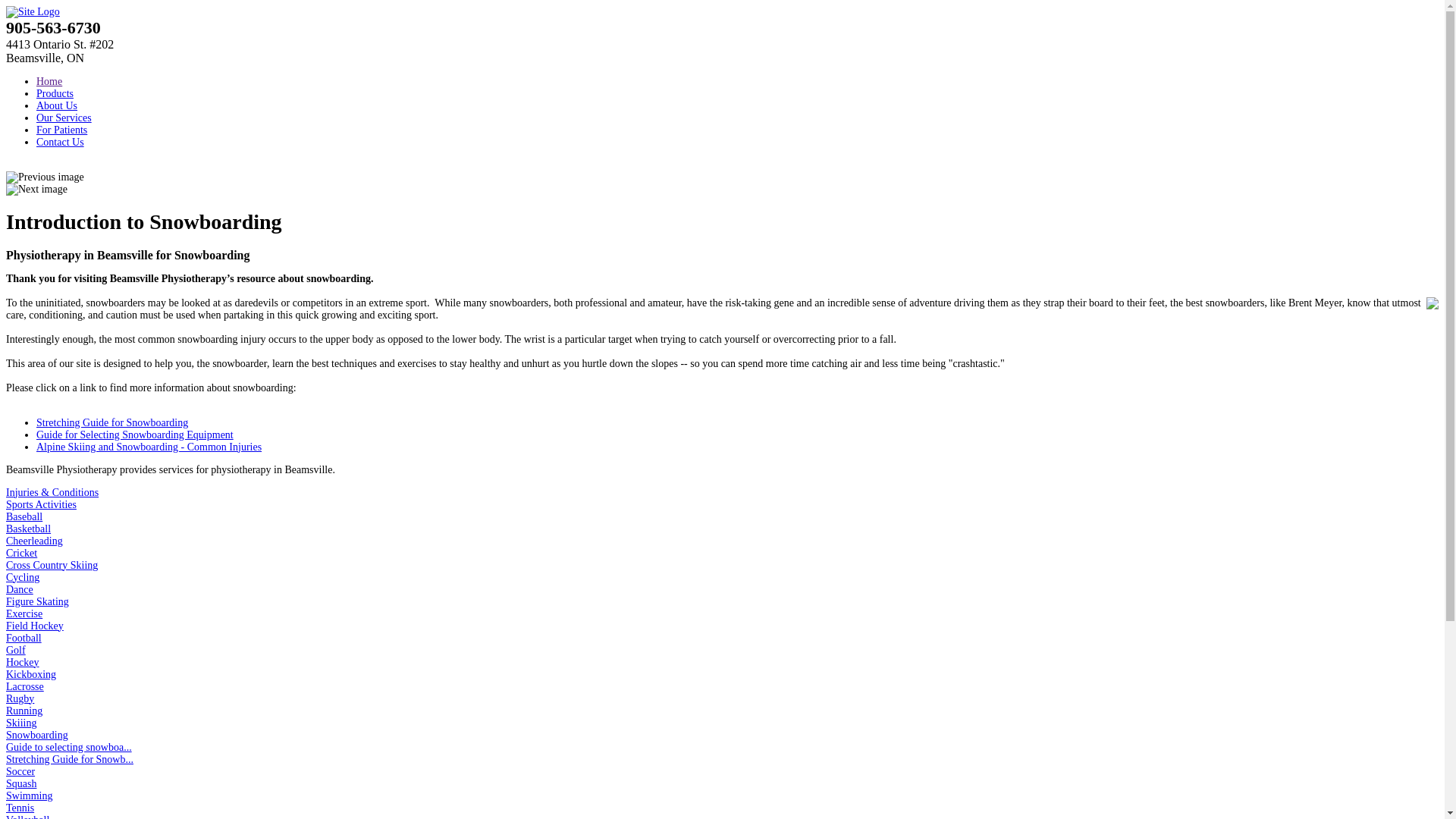 This screenshot has width=1456, height=819. I want to click on 'Guide for Selecting Snowboarding Equipment', so click(134, 435).